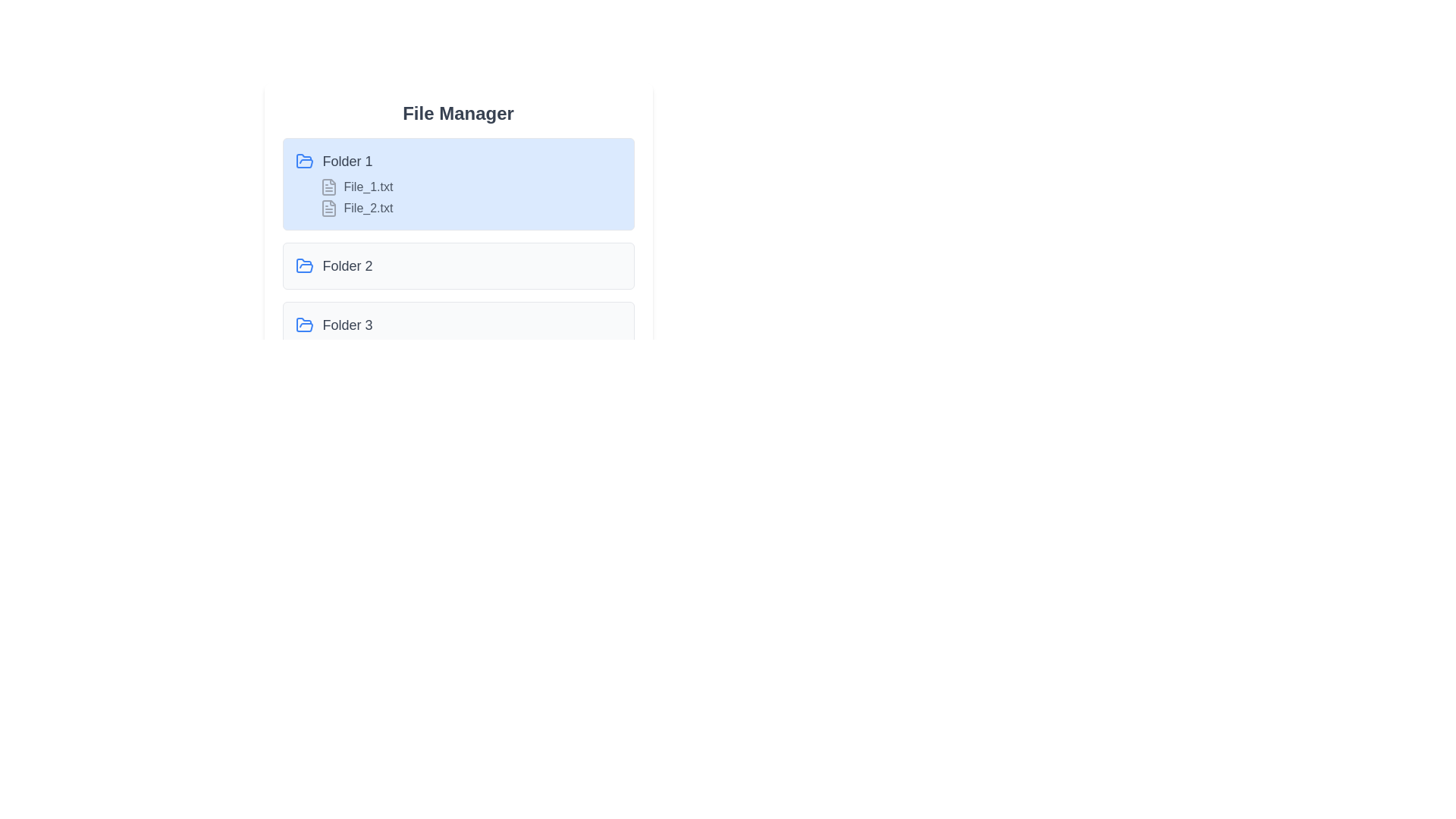  What do you see at coordinates (469, 186) in the screenshot?
I see `the file entry labeled 'File_1.txt' which is represented by a file icon and is the first entry under the folder 'Folder 1'` at bounding box center [469, 186].